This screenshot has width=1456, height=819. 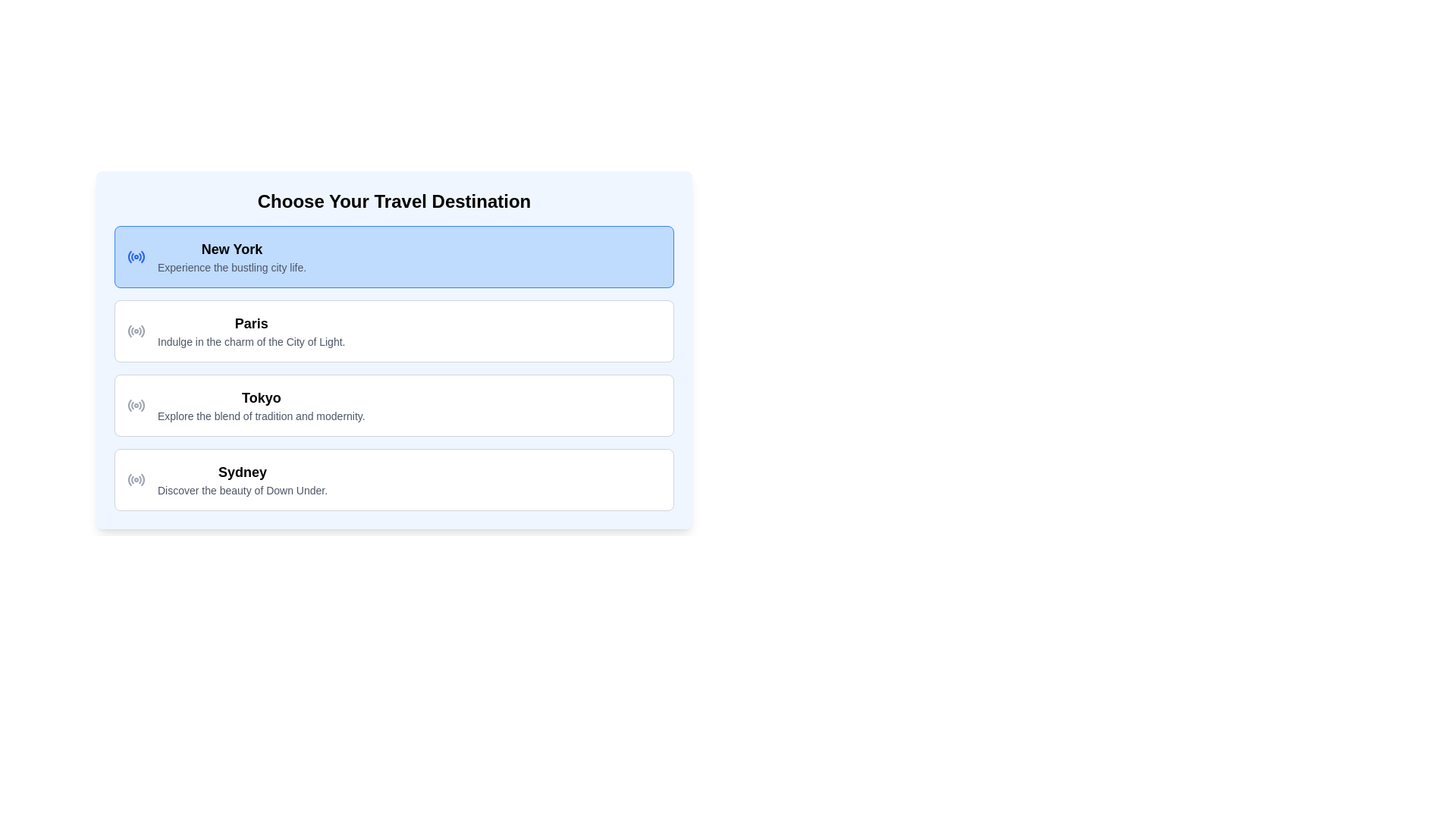 What do you see at coordinates (231, 267) in the screenshot?
I see `text label providing a brief description of the travel destination located below 'New York'` at bounding box center [231, 267].